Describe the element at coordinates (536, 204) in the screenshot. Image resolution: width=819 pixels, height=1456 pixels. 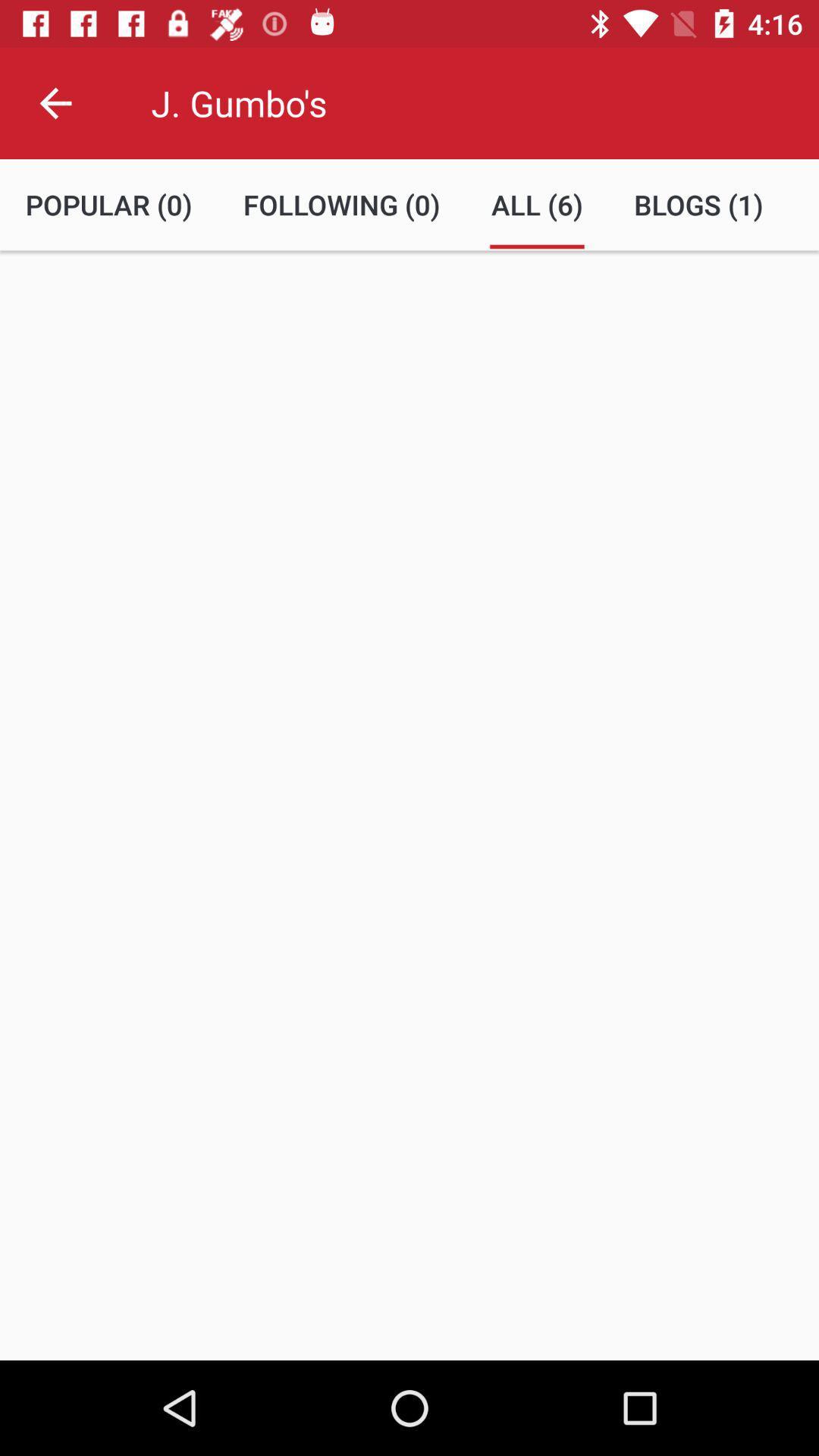
I see `the all (6) icon` at that location.